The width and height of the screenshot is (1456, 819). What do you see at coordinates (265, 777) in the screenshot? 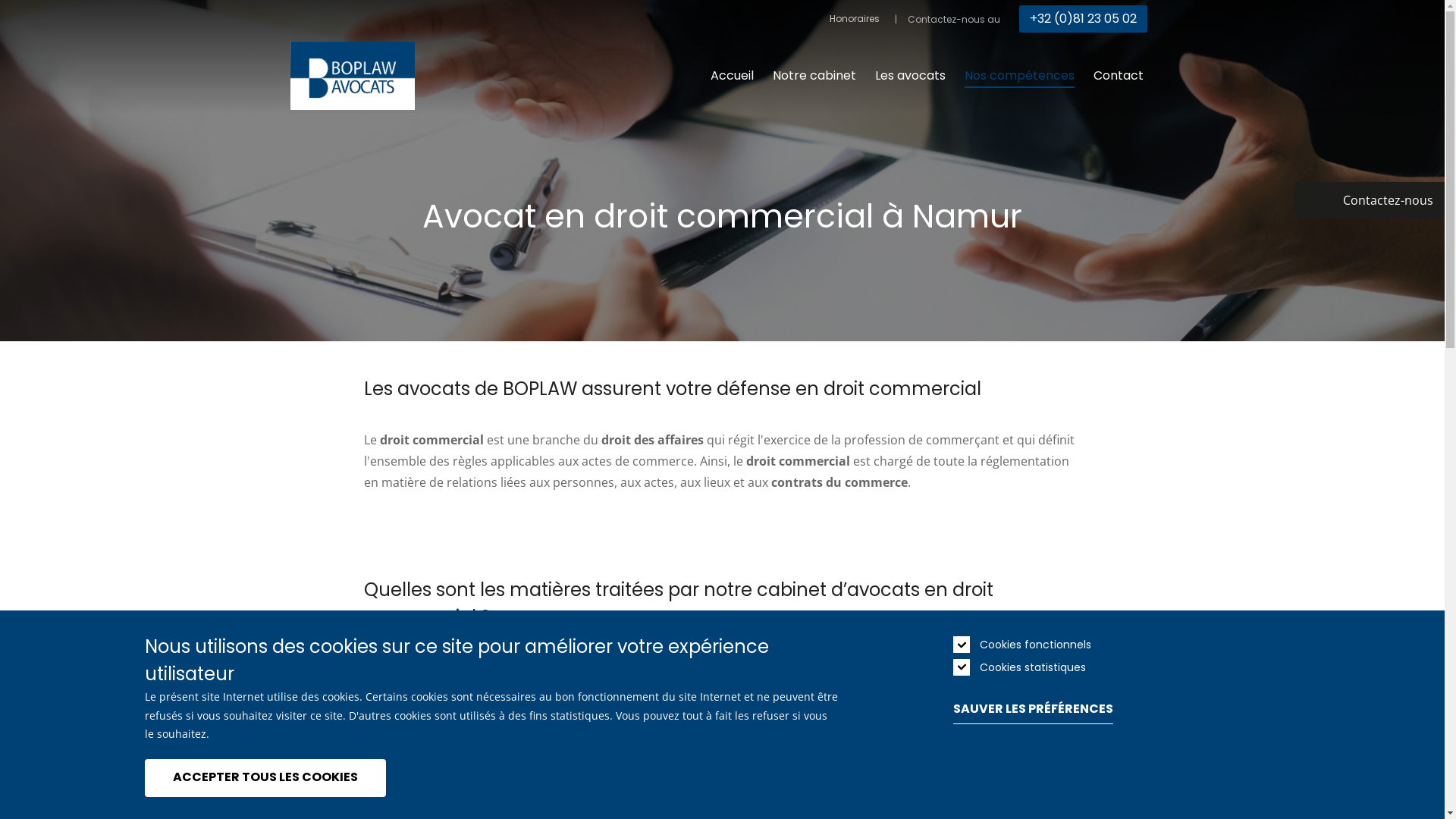
I see `'ACCEPTER TOUS LES COOKIES'` at bounding box center [265, 777].